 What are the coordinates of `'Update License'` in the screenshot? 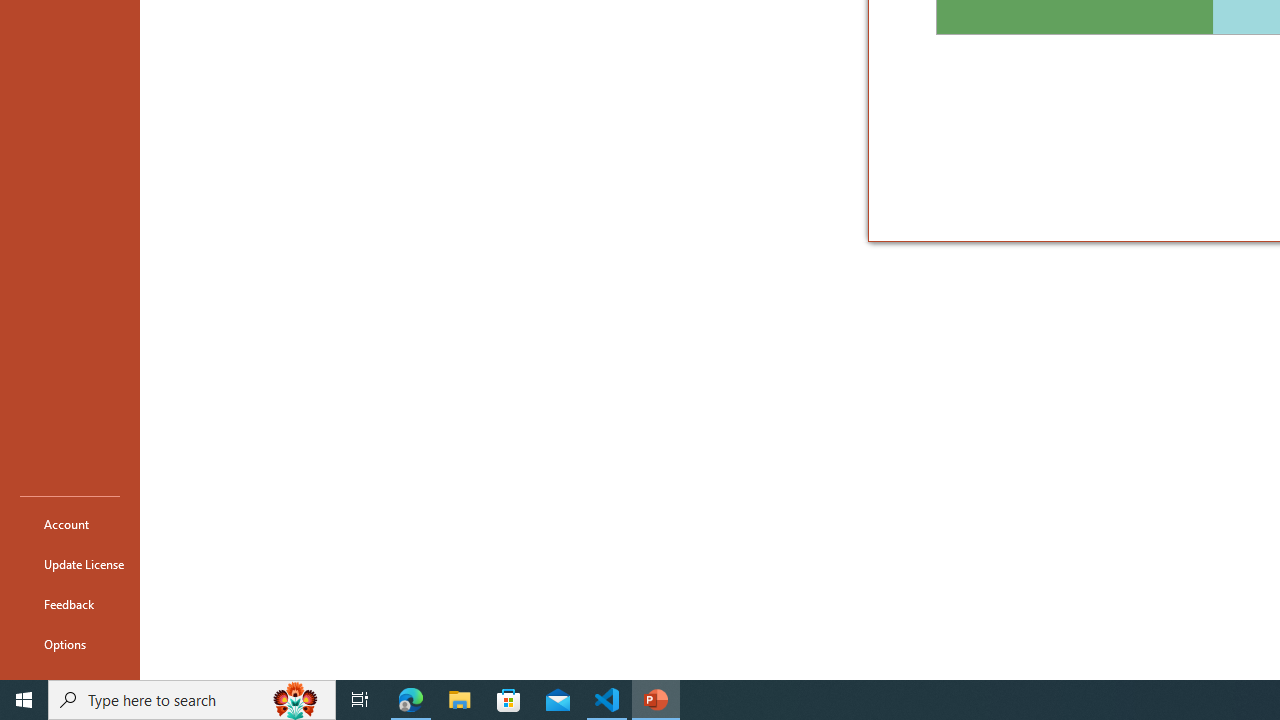 It's located at (69, 564).